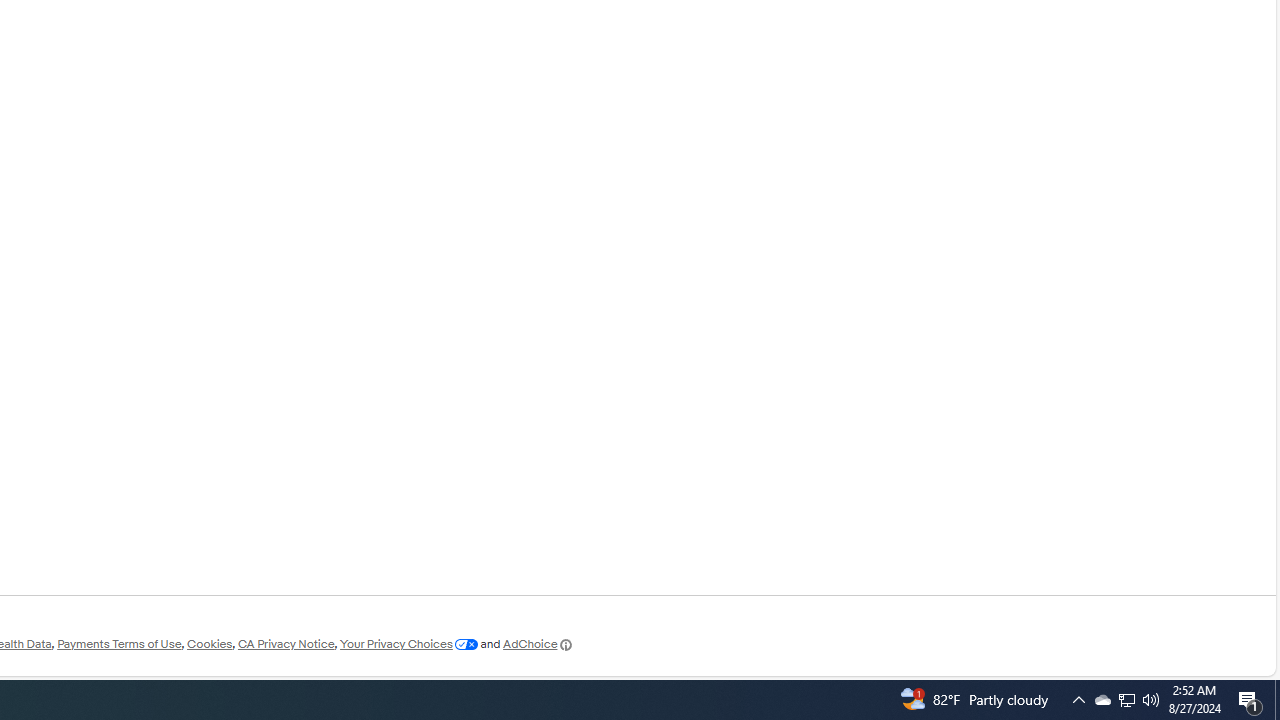  Describe the element at coordinates (118, 644) in the screenshot. I see `'Payments Terms of Use'` at that location.